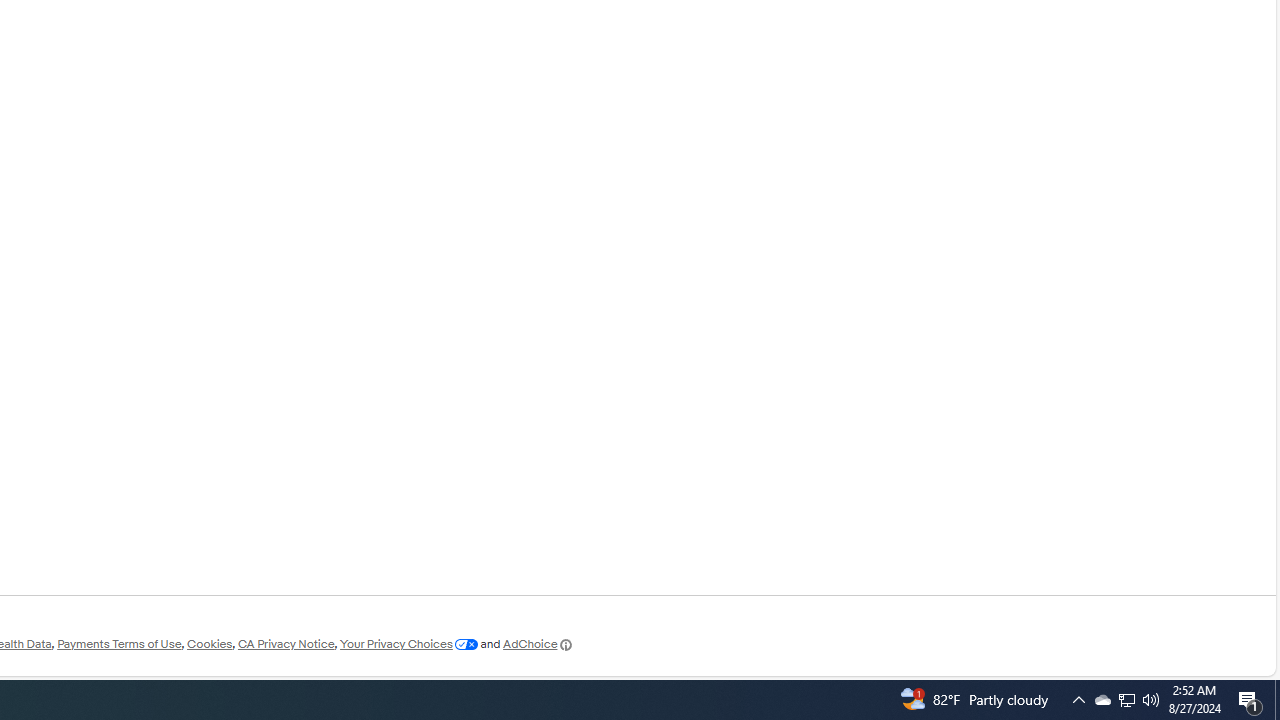  Describe the element at coordinates (118, 644) in the screenshot. I see `'Payments Terms of Use'` at that location.